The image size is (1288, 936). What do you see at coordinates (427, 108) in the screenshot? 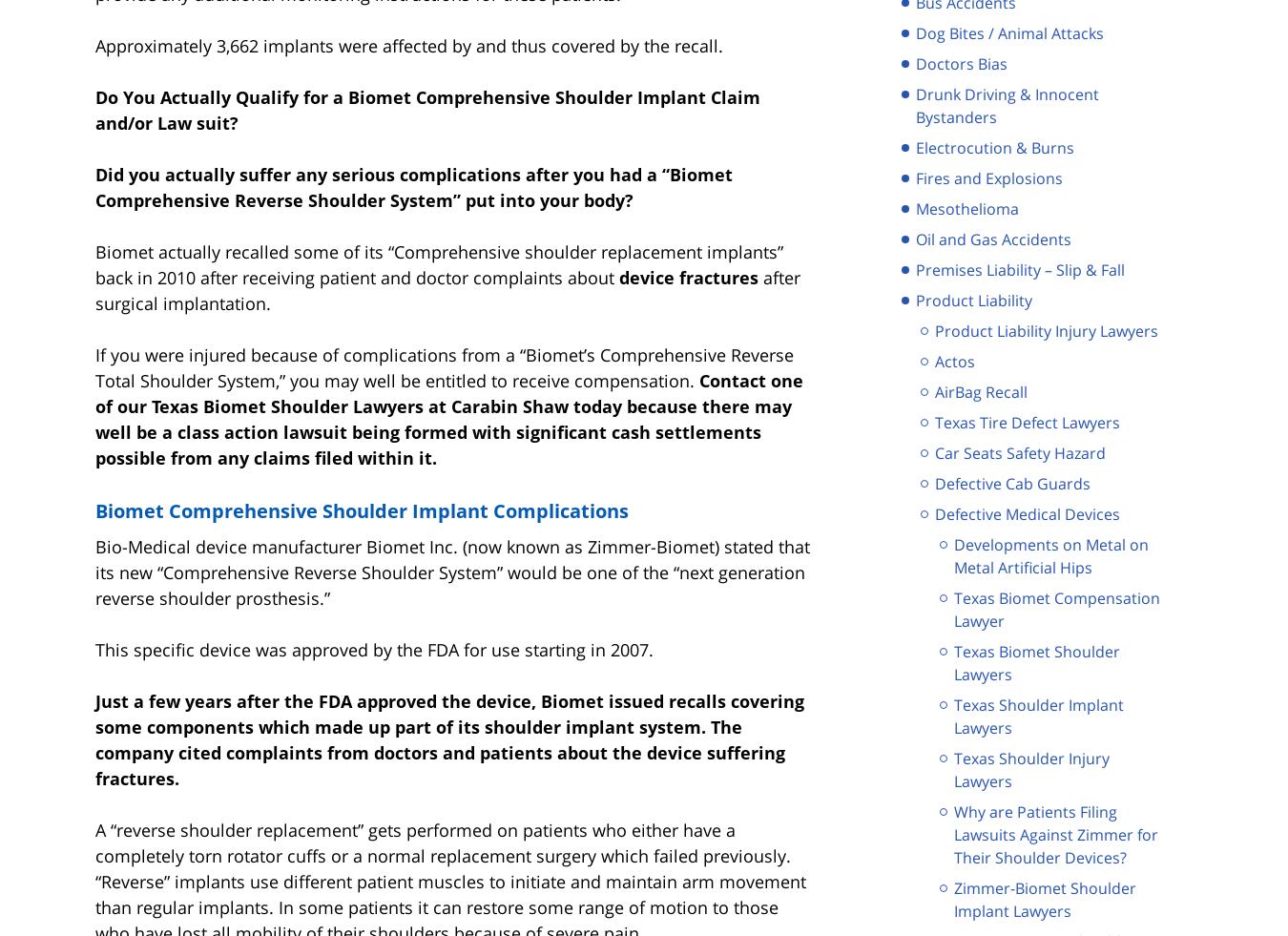
I see `'Do You Actually Qualify for a Biomet Comprehensive Shoulder Implant Claim and/or Law suit?'` at bounding box center [427, 108].